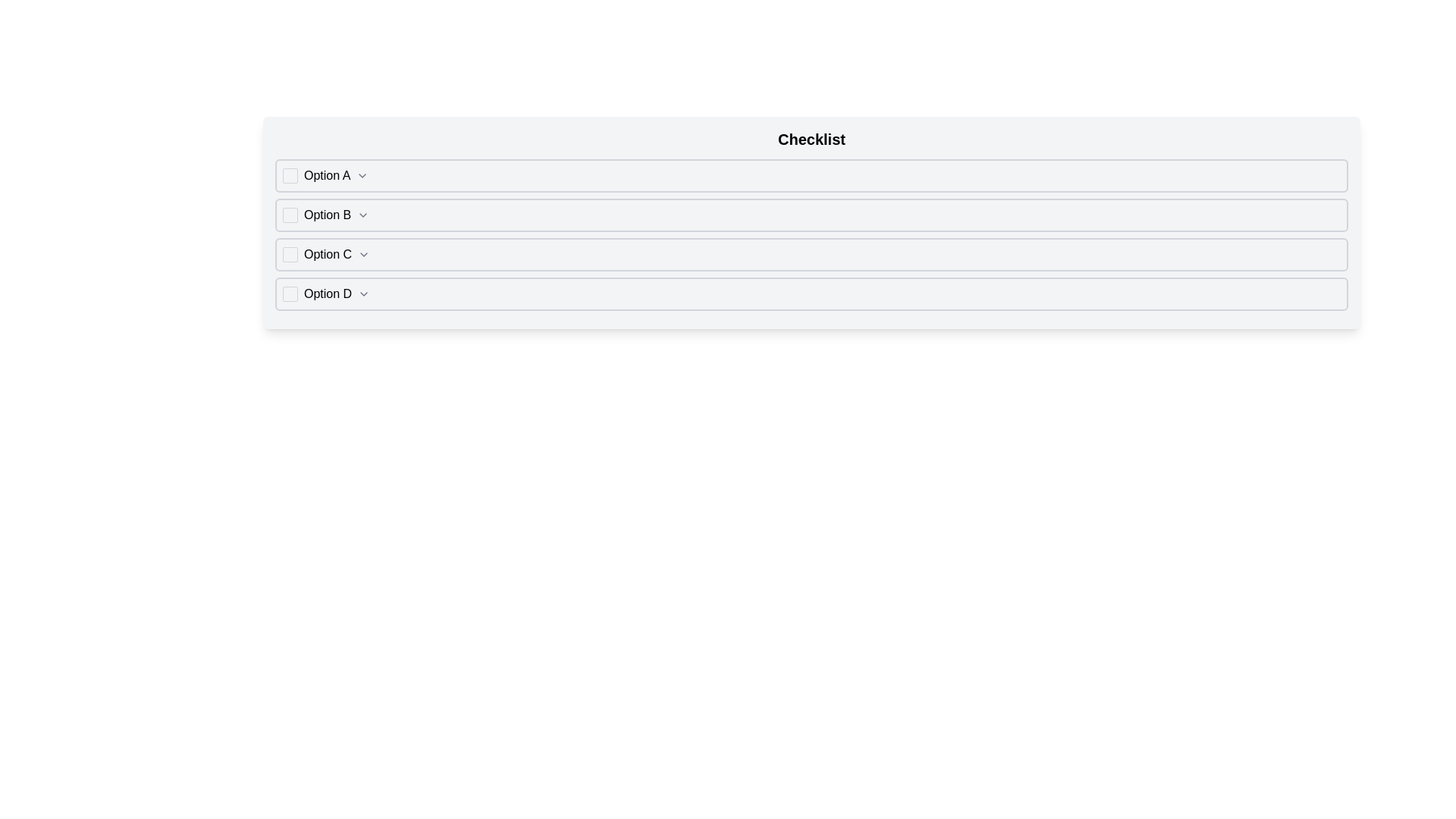 The image size is (1456, 819). Describe the element at coordinates (290, 174) in the screenshot. I see `the checkbox` at that location.